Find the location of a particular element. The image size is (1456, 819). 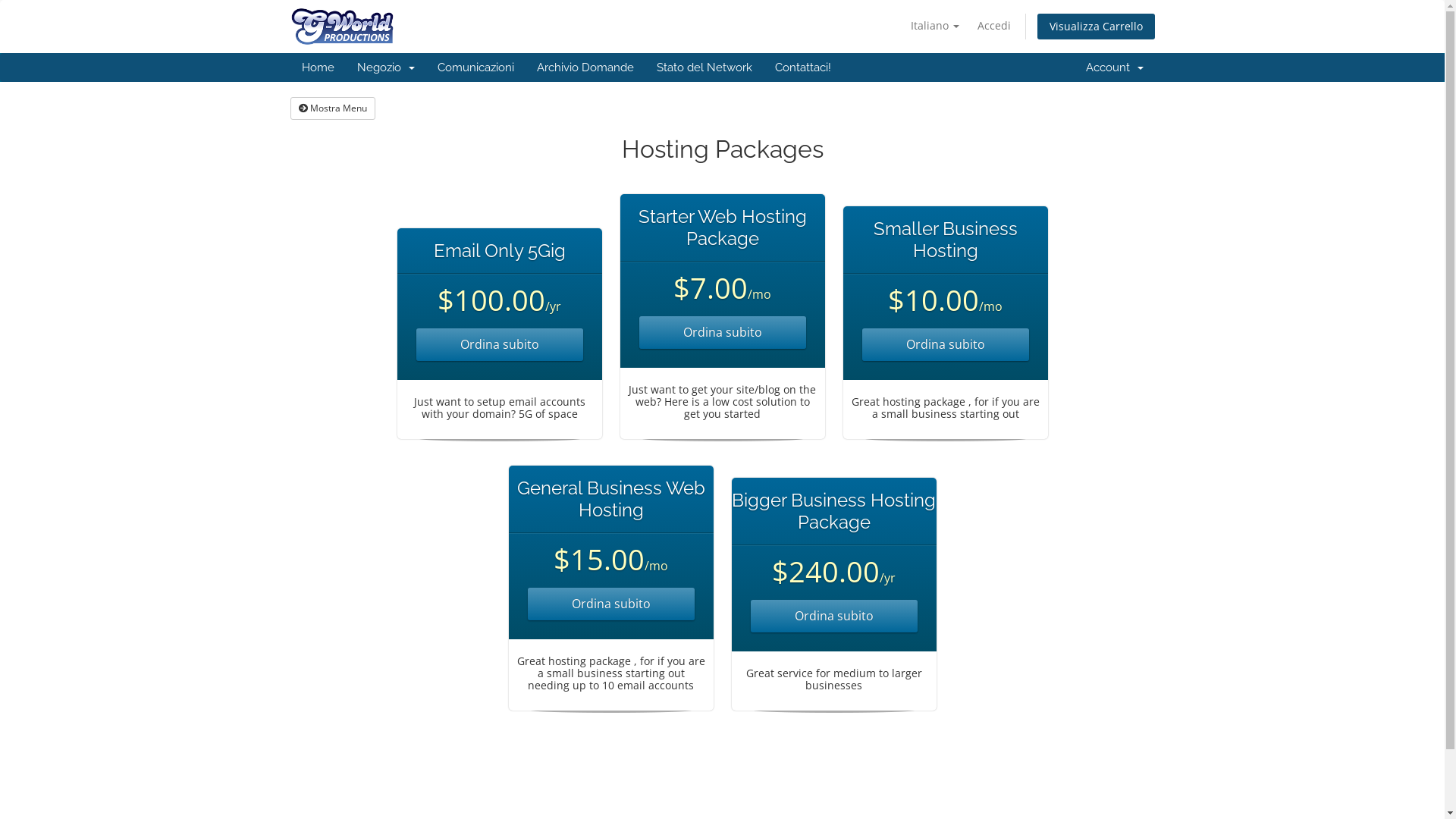

'Contattaci!' is located at coordinates (801, 66).